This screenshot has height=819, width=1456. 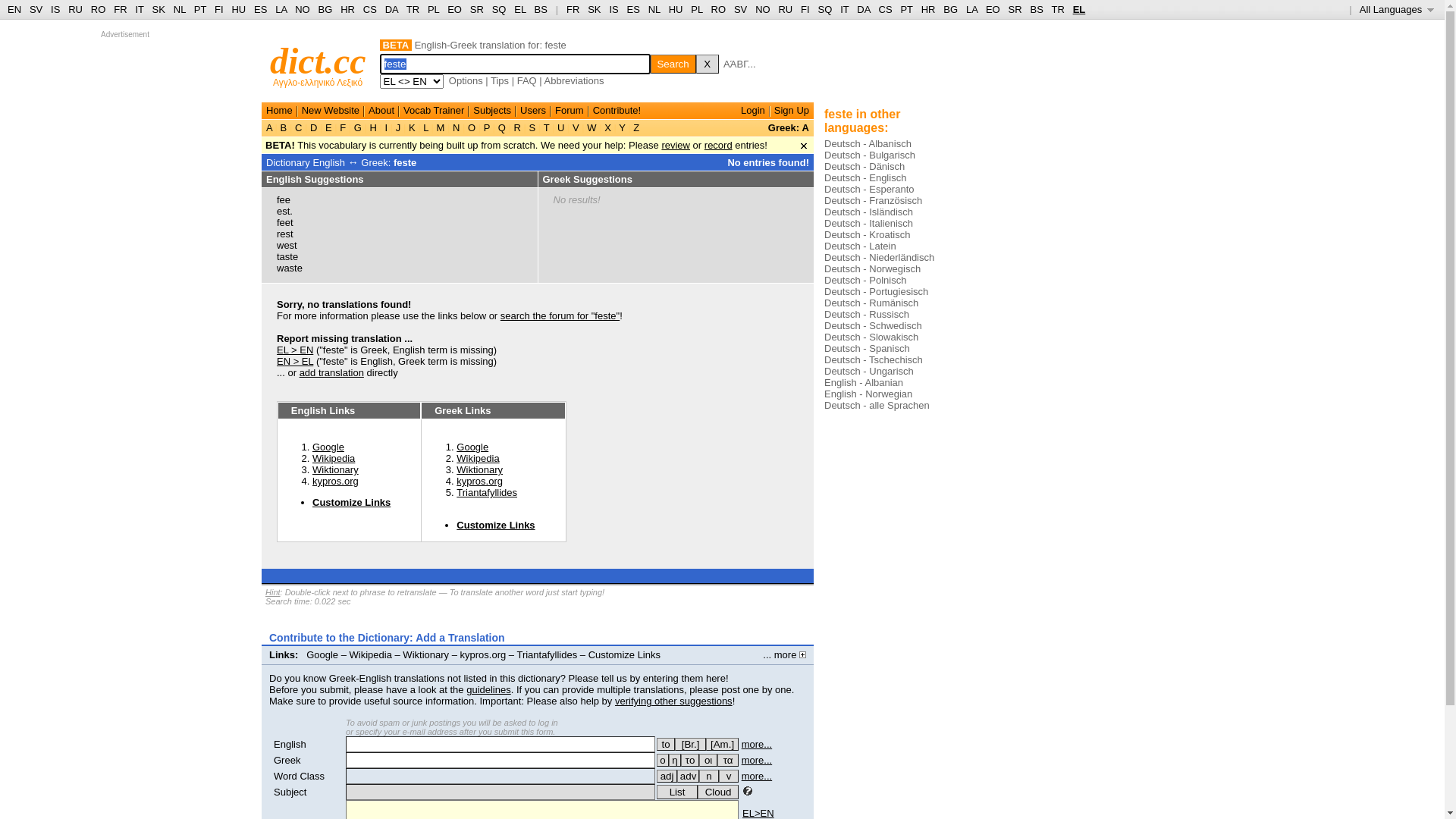 I want to click on 'R', so click(x=510, y=127).